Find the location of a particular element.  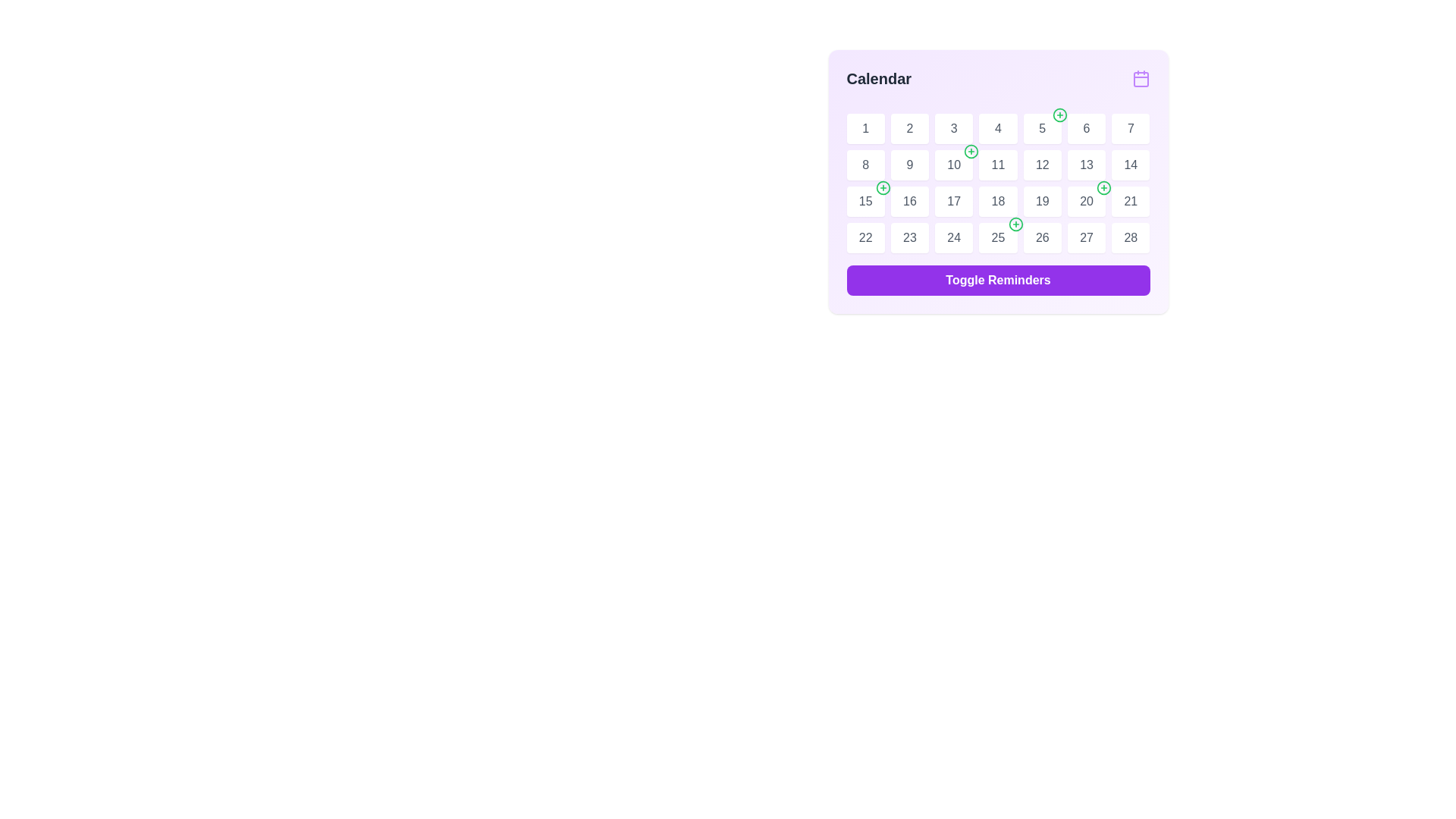

the button-like calendar grid cell displaying the number '23' is located at coordinates (910, 237).